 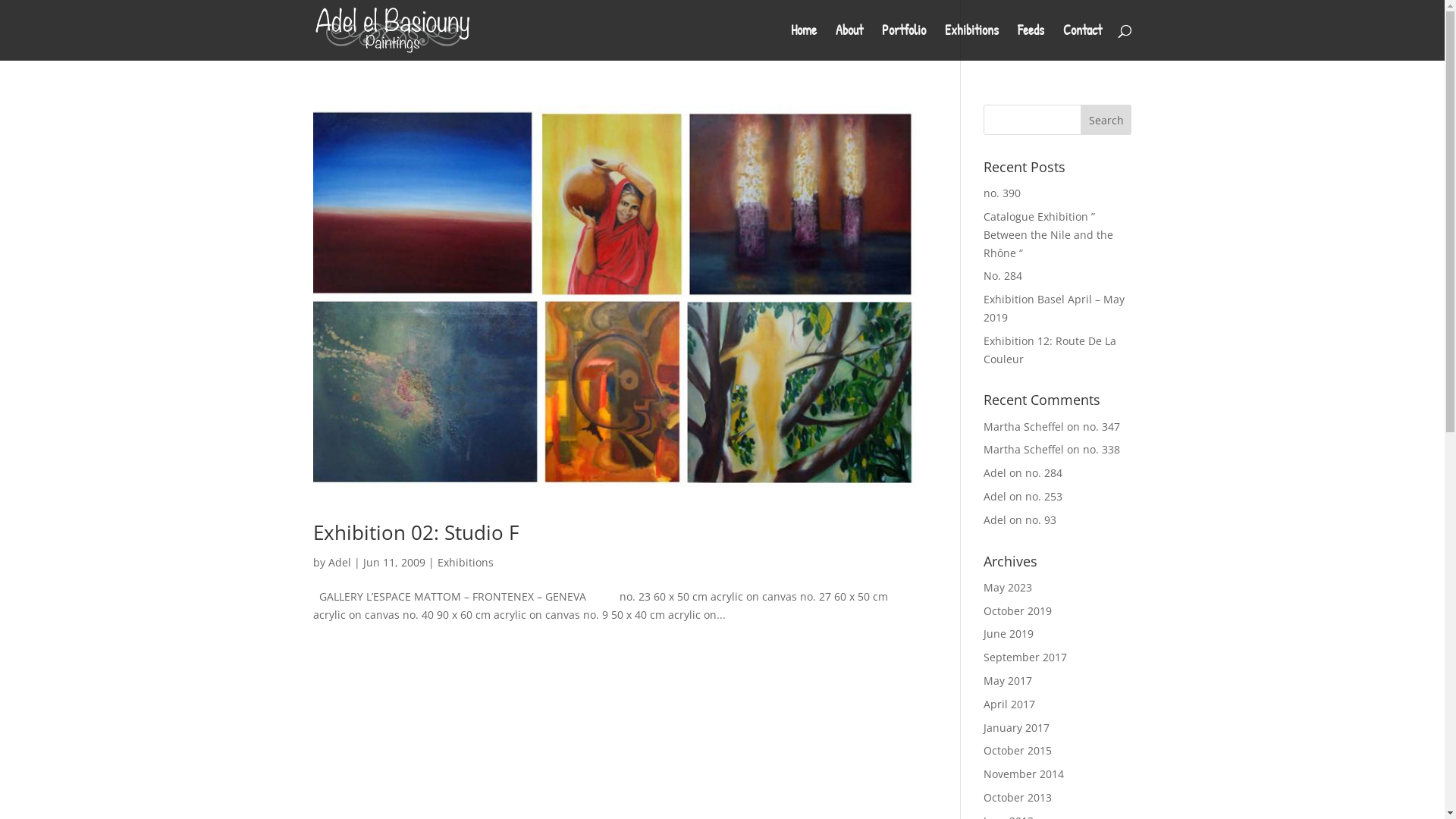 I want to click on 'January 2017', so click(x=1016, y=726).